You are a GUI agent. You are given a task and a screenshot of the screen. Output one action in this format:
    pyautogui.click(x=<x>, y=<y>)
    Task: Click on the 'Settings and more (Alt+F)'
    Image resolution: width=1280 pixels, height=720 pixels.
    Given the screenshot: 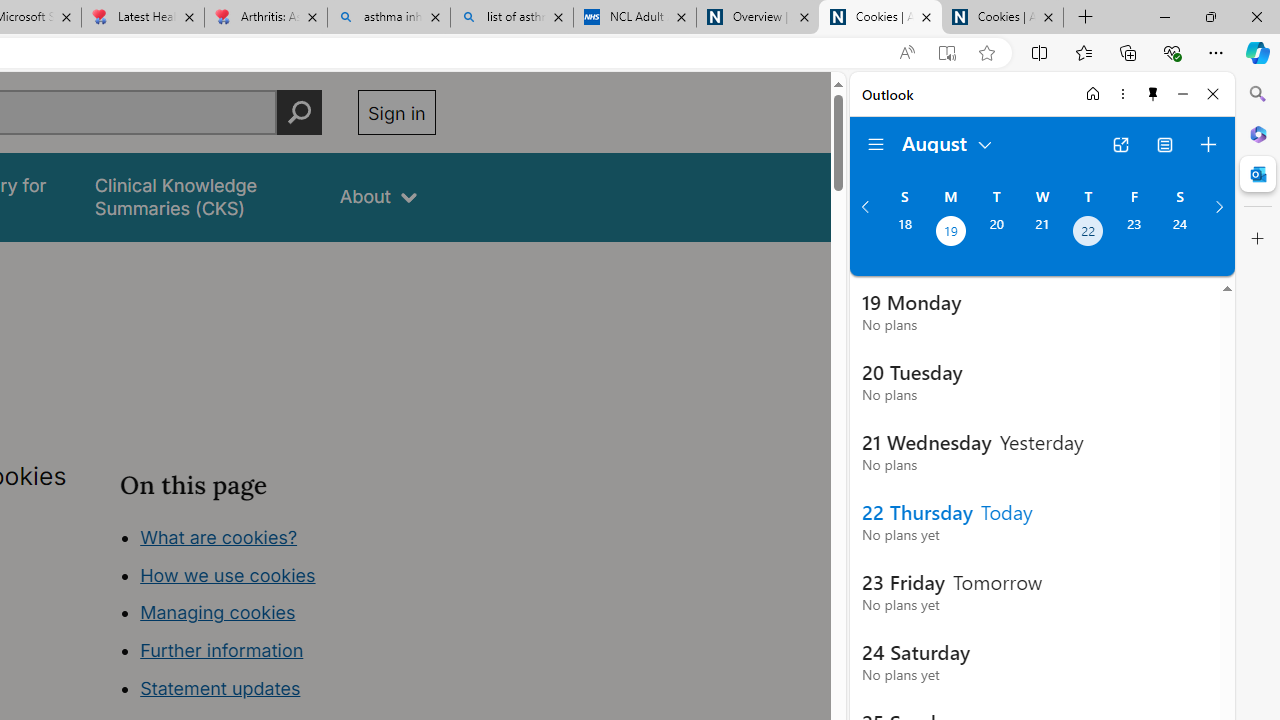 What is the action you would take?
    pyautogui.click(x=1215, y=51)
    